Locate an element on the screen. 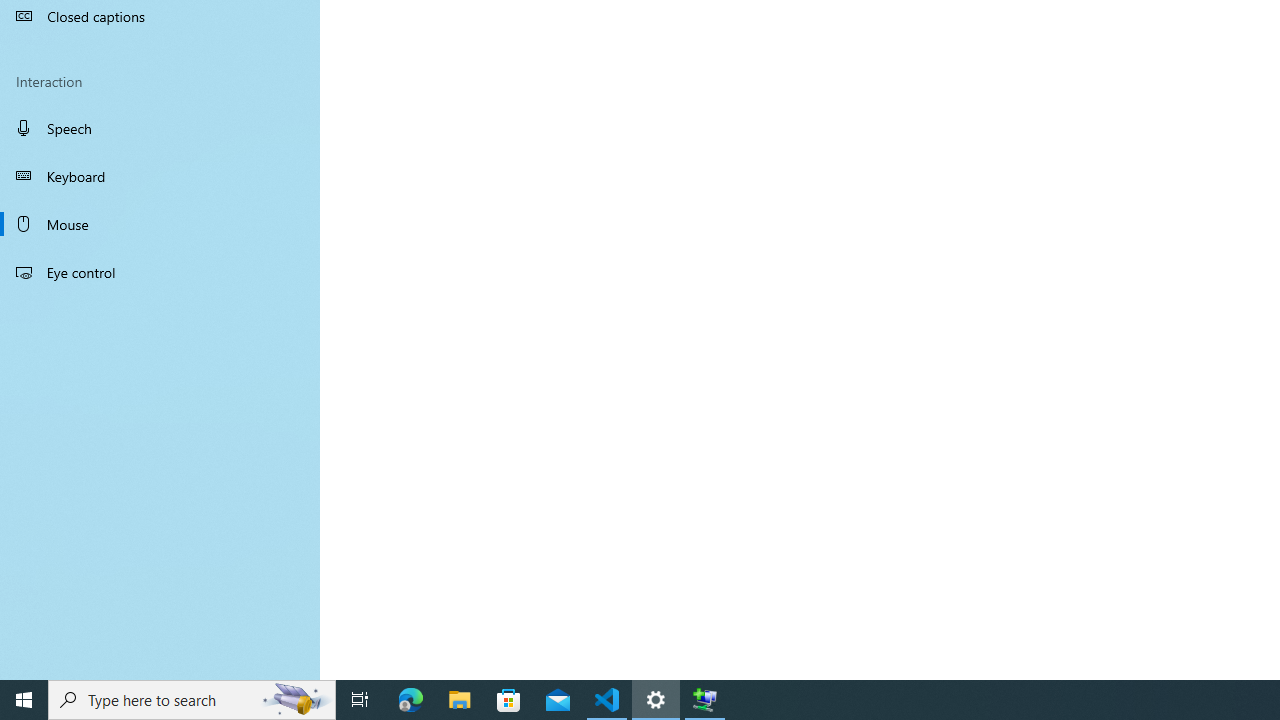 The width and height of the screenshot is (1280, 720). 'Settings - 1 running window' is located at coordinates (656, 698).